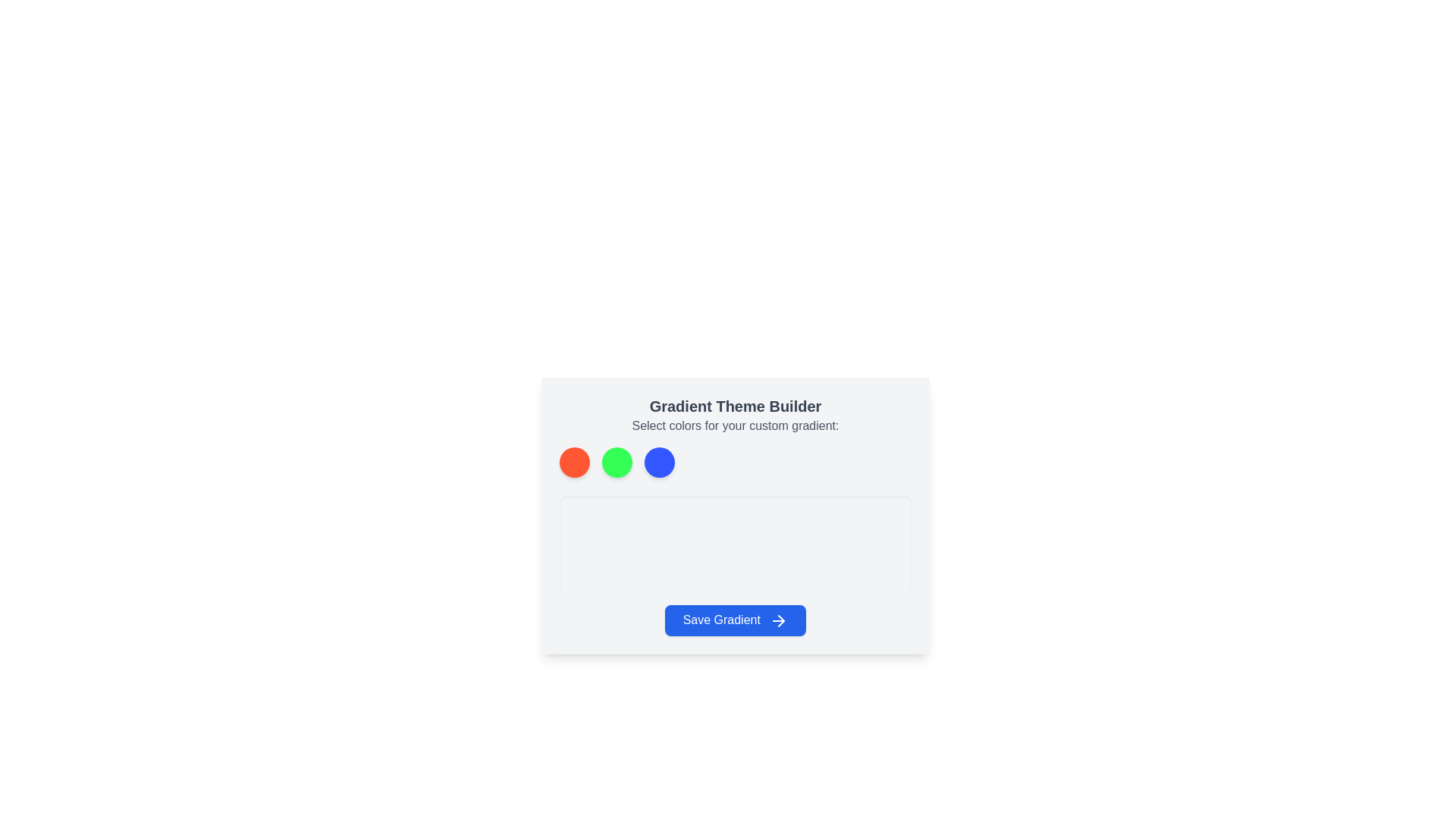 The image size is (1456, 819). What do you see at coordinates (735, 543) in the screenshot?
I see `the gradient preview workspace area located within the 'Gradient Theme Builder', positioned below the circular color selectors and above the 'Save Gradient' button` at bounding box center [735, 543].